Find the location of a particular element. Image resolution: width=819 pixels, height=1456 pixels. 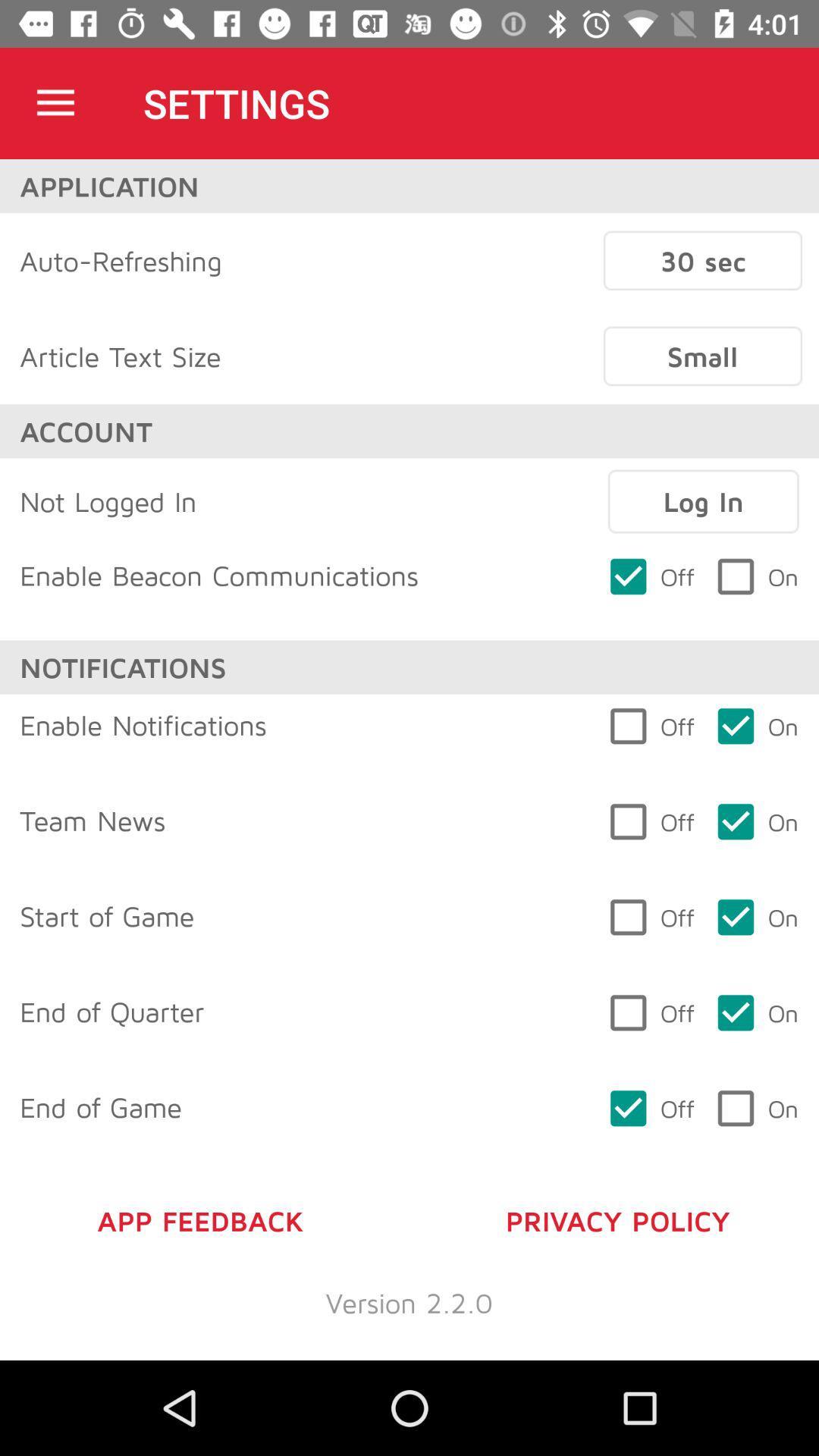

icon above the application icon is located at coordinates (55, 102).